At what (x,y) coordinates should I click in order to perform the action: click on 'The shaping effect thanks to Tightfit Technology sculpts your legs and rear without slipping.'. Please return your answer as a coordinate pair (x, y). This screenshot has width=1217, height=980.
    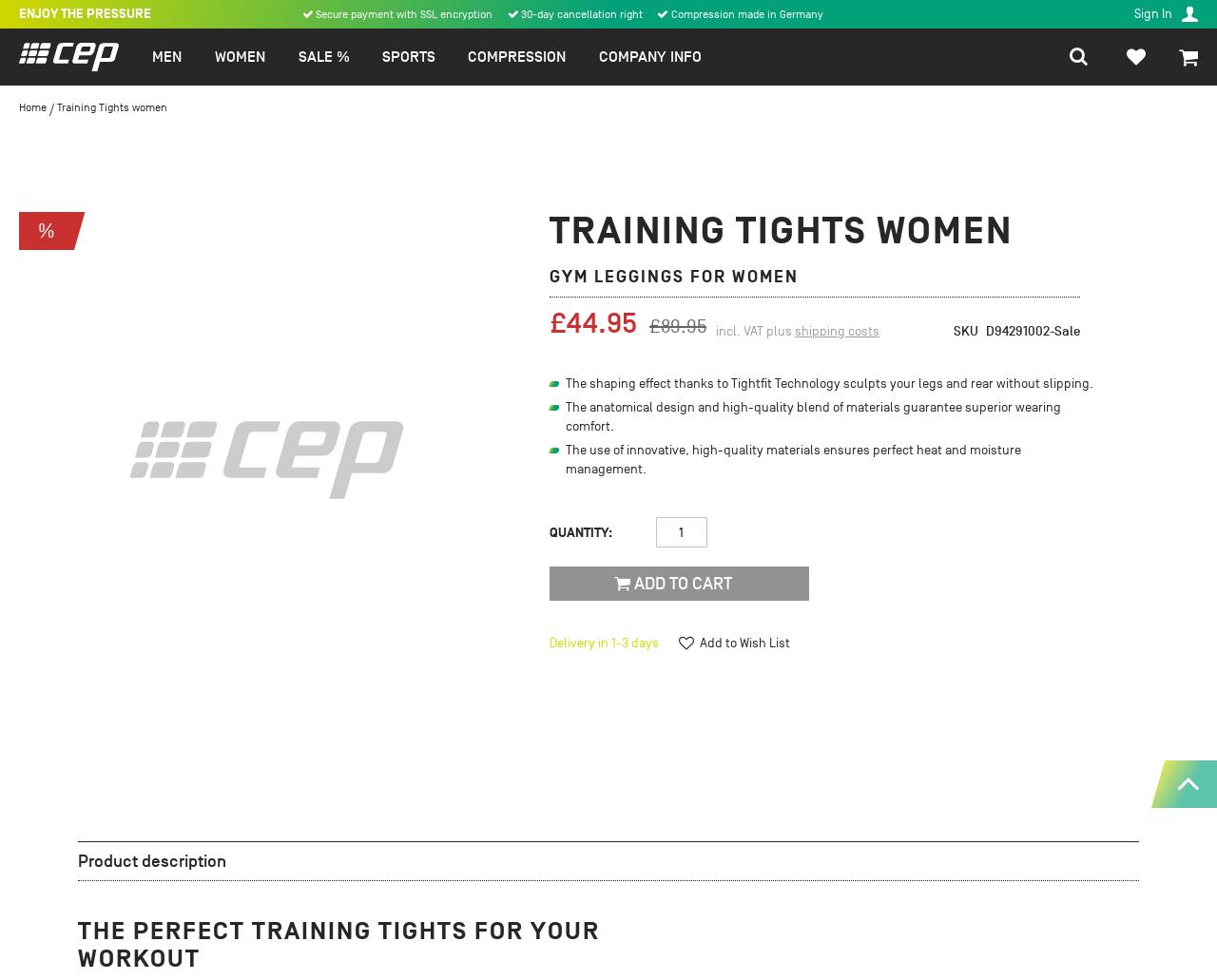
    Looking at the image, I should click on (829, 382).